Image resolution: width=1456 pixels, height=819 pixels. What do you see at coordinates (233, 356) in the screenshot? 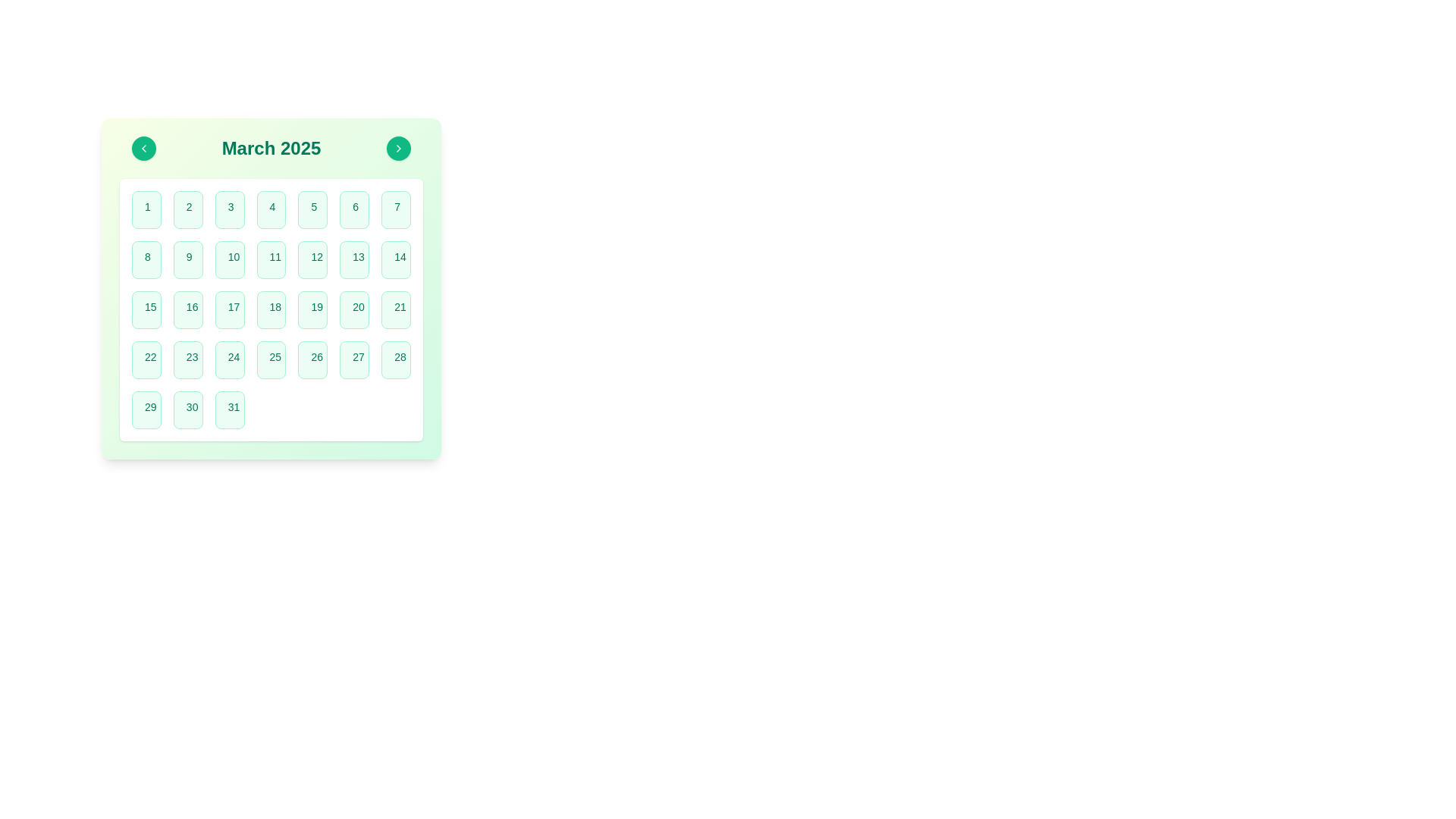
I see `the numeric text label representing the date '24' in the calendar interface, which is styled in a medium-sized emerald-700 font and has a light green rounded rectangular background` at bounding box center [233, 356].